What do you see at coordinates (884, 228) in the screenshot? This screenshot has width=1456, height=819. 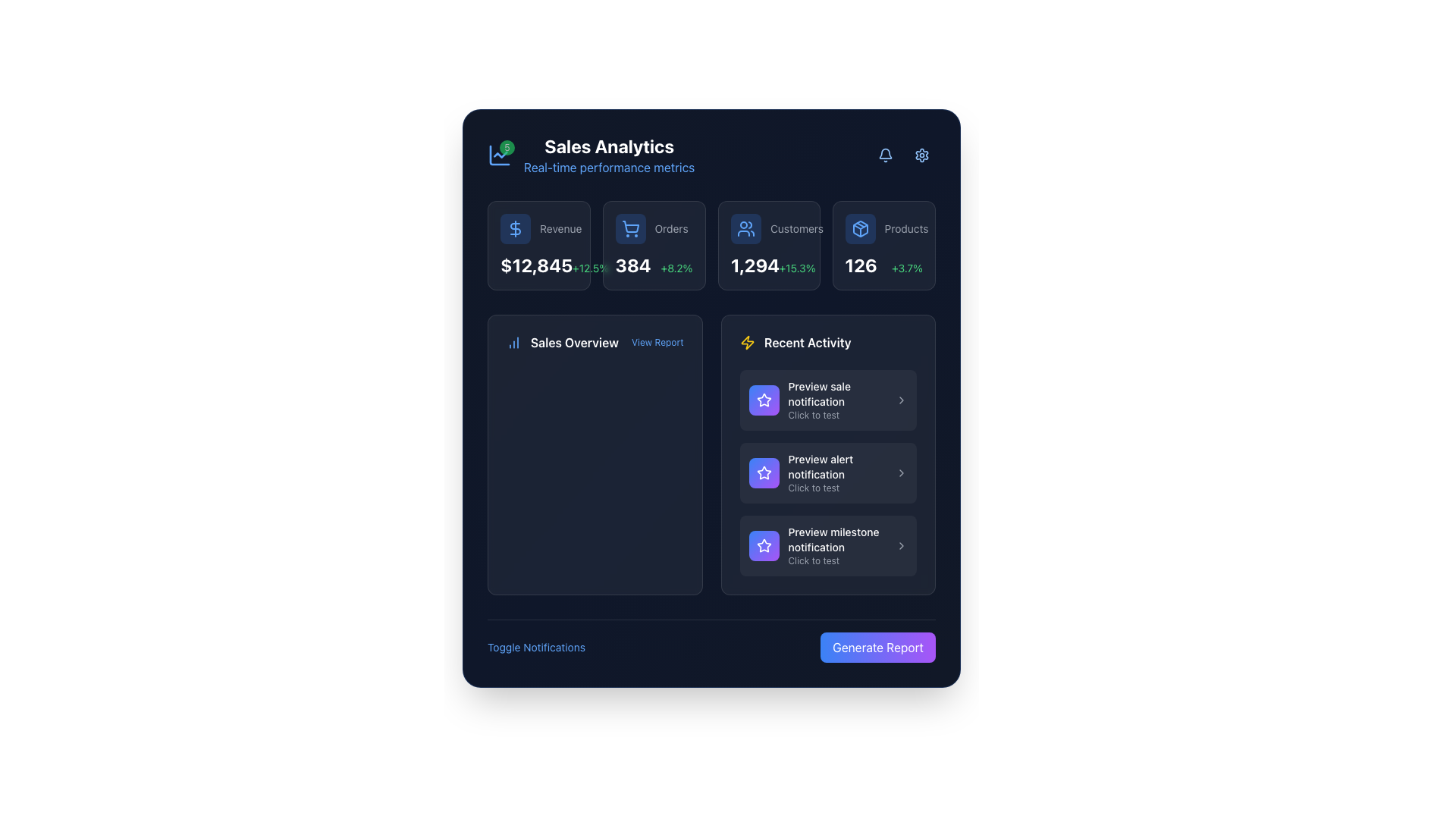 I see `the Label with Icon that displays a blue package box icon next to the text 'Products' in gray, located at the top-right corner of the dashboard interface within the statistics card` at bounding box center [884, 228].